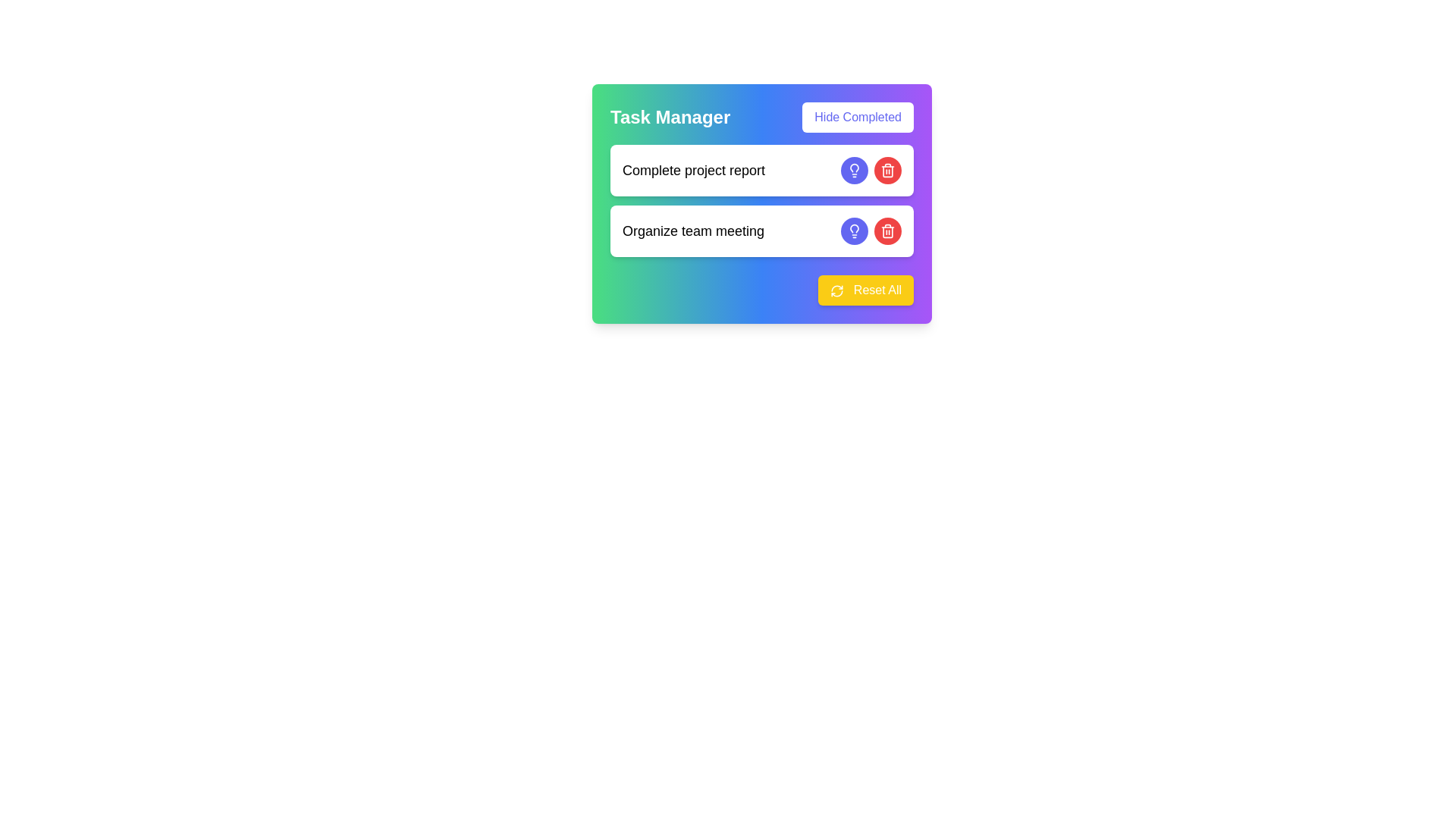 This screenshot has width=1456, height=819. I want to click on the light bulb icon button located within the 'Task Manager' card, positioned to the right of the 'Complete project report' task item, so click(855, 227).